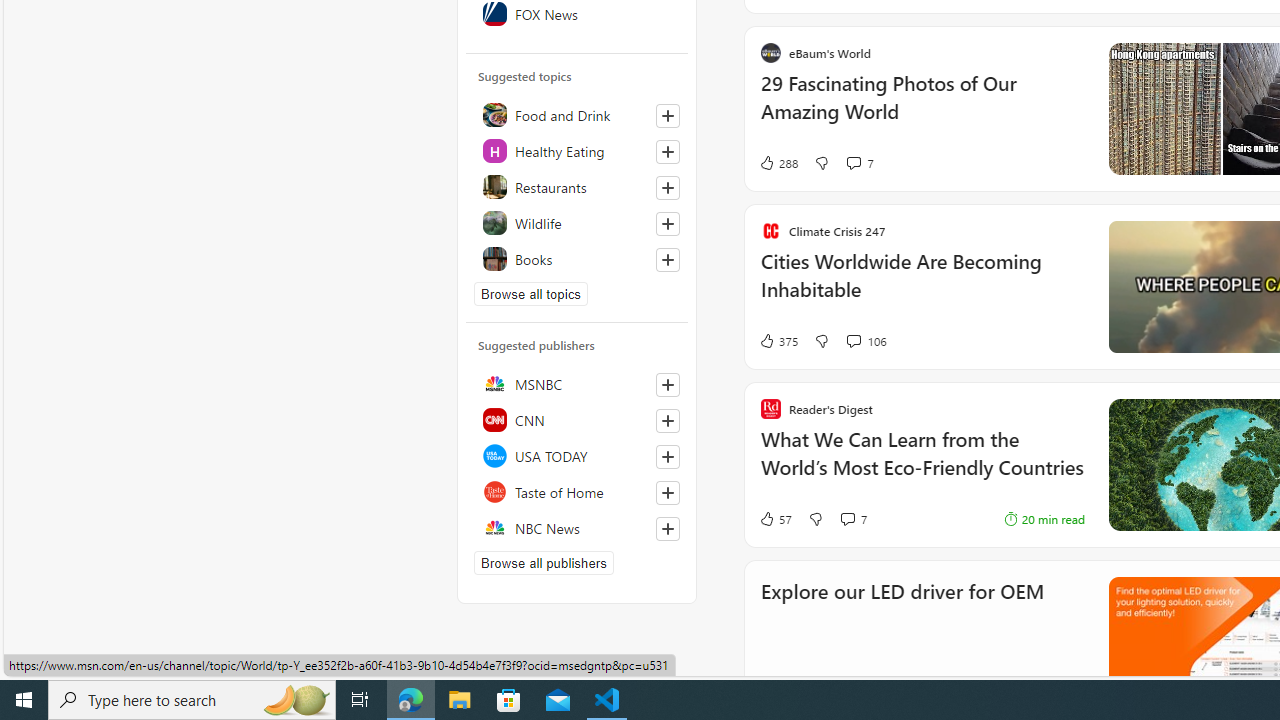  I want to click on 'Follow this source', so click(667, 527).